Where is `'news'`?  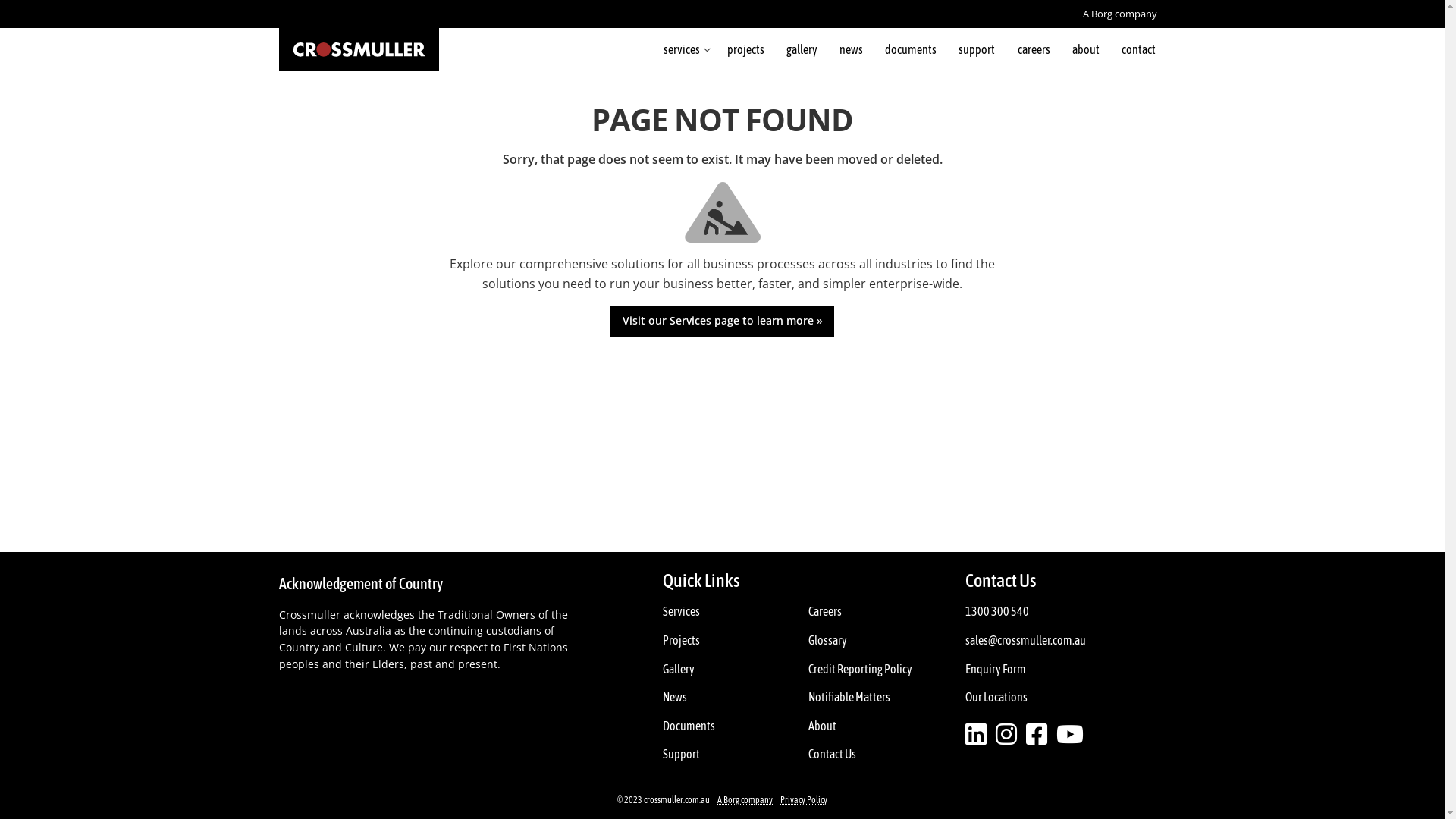
'news' is located at coordinates (851, 49).